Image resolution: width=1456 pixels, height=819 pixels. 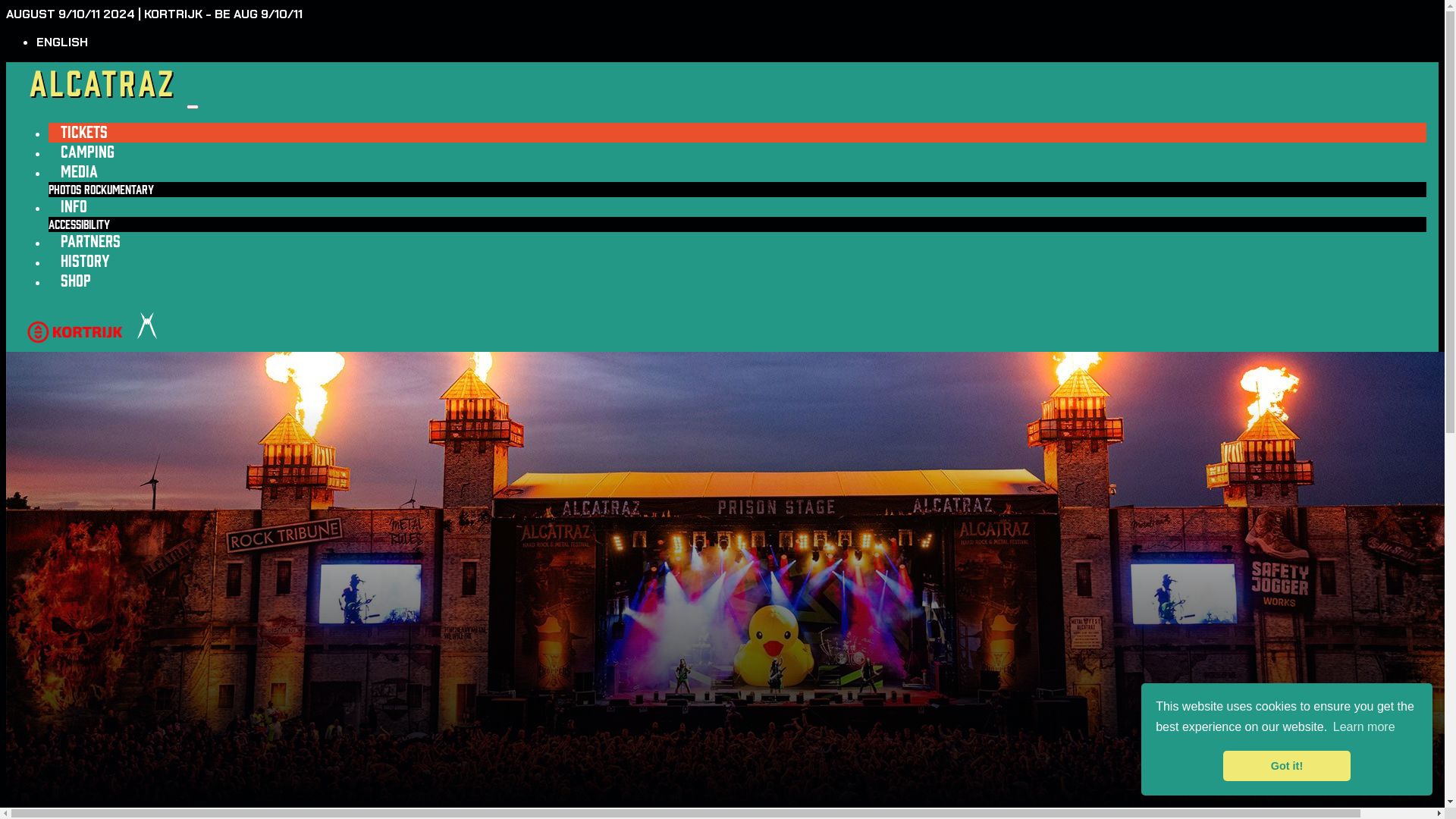 What do you see at coordinates (74, 344) in the screenshot?
I see `'kortrijk'` at bounding box center [74, 344].